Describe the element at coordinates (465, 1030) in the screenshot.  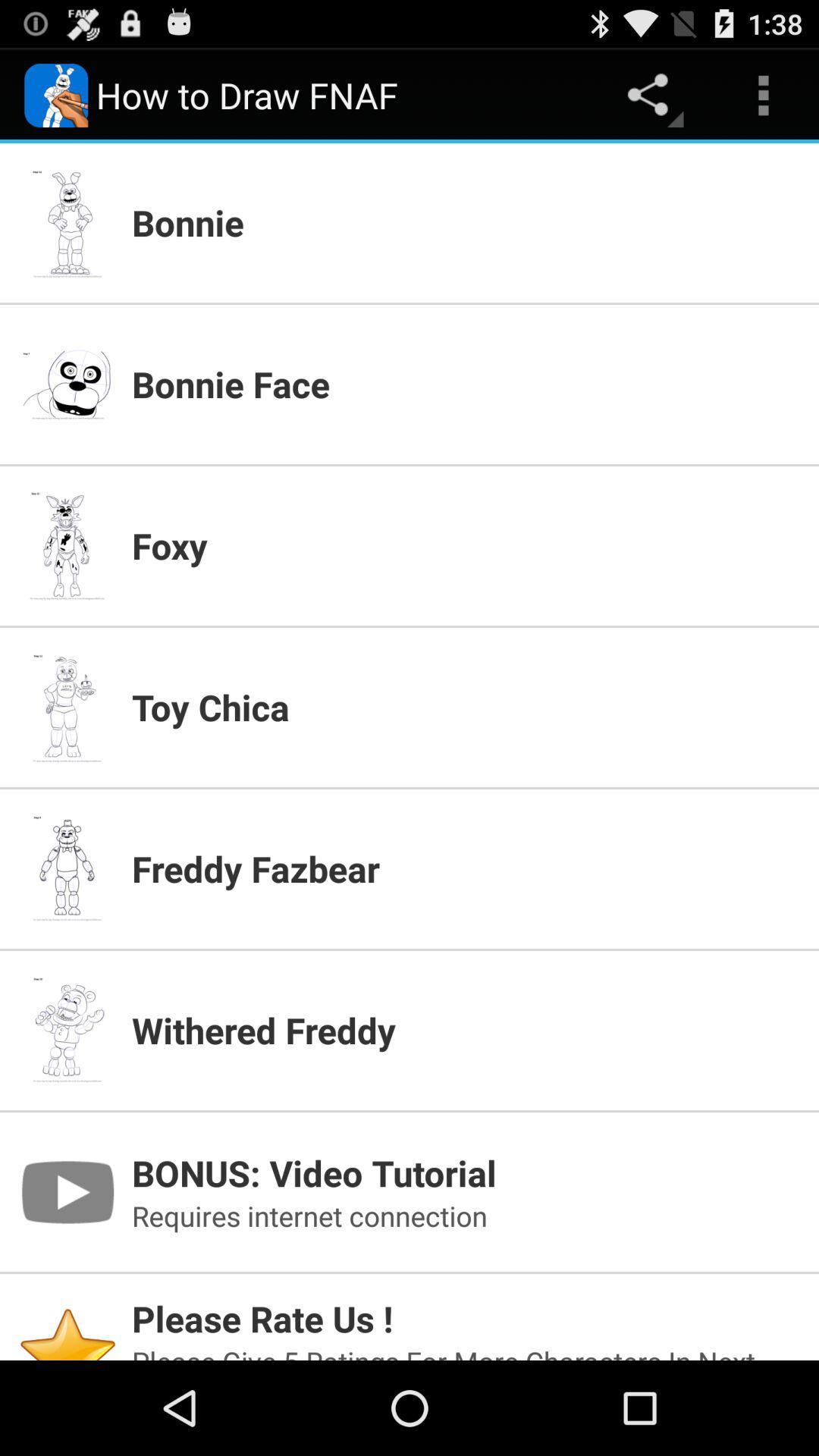
I see `withered freddy` at that location.